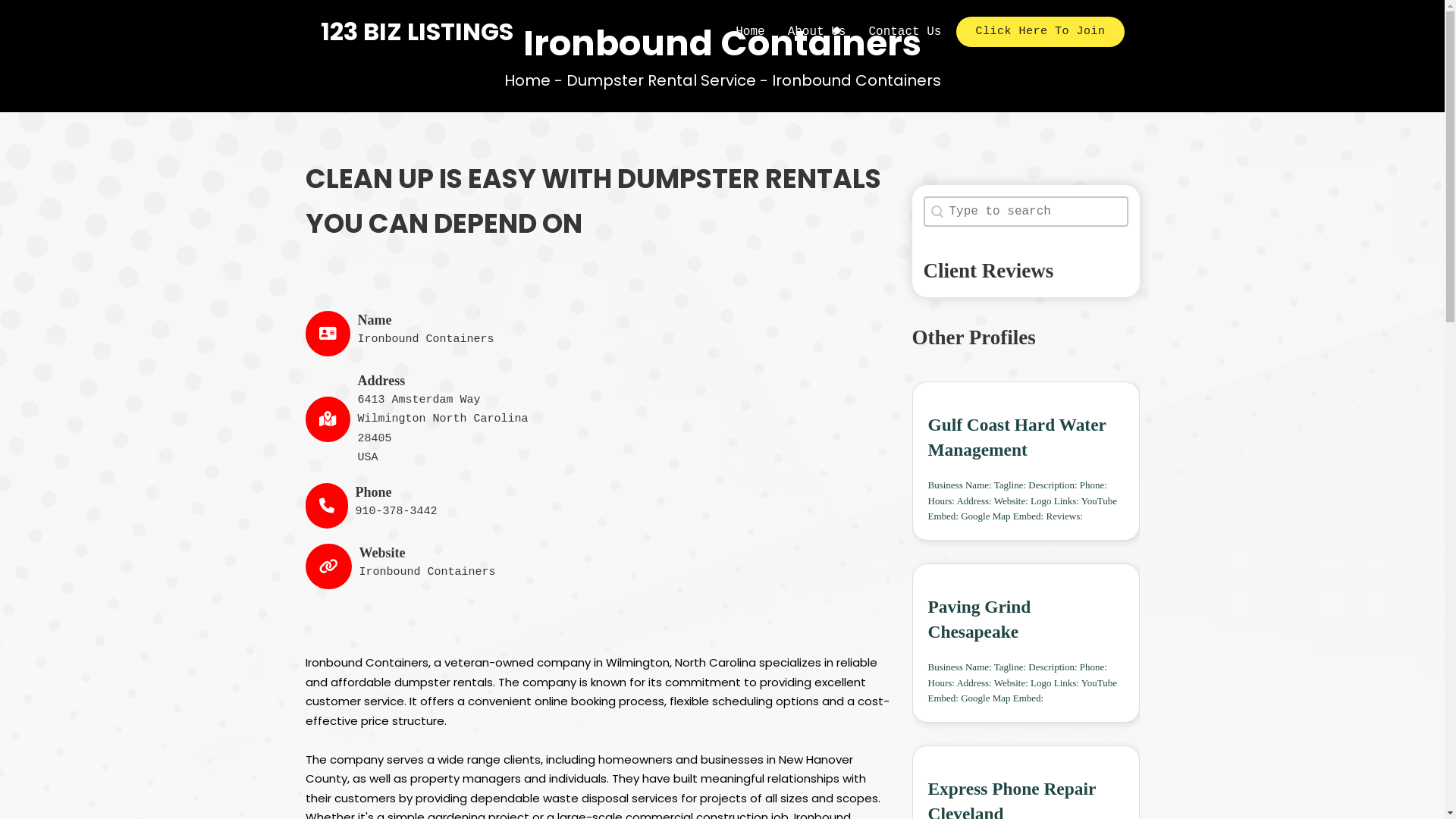 The height and width of the screenshot is (819, 1456). I want to click on 'Contact Us', so click(905, 32).